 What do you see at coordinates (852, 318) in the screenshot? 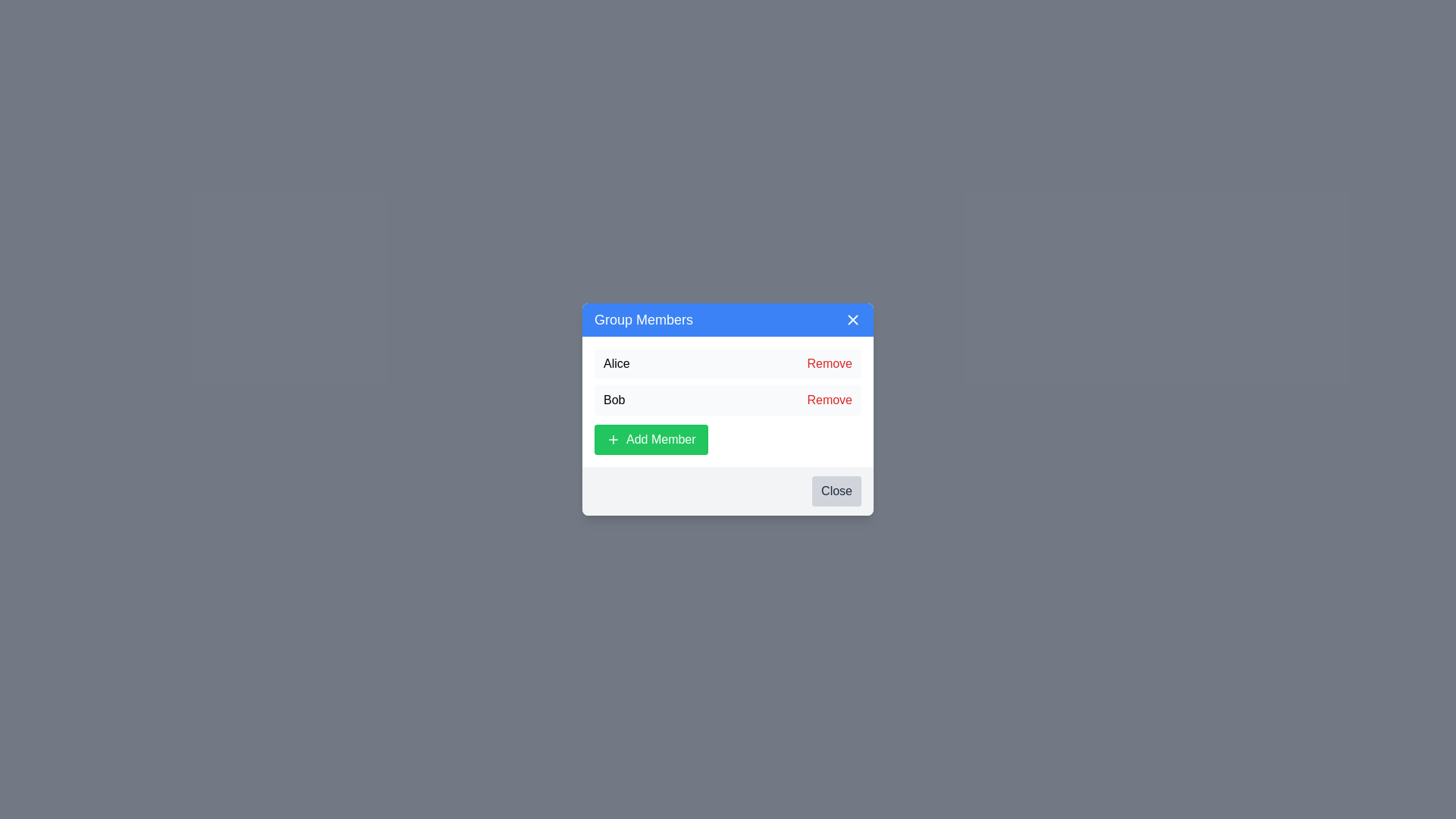
I see `the close icon located in the top-right corner of the blue header bar titled 'Group Members'` at bounding box center [852, 318].